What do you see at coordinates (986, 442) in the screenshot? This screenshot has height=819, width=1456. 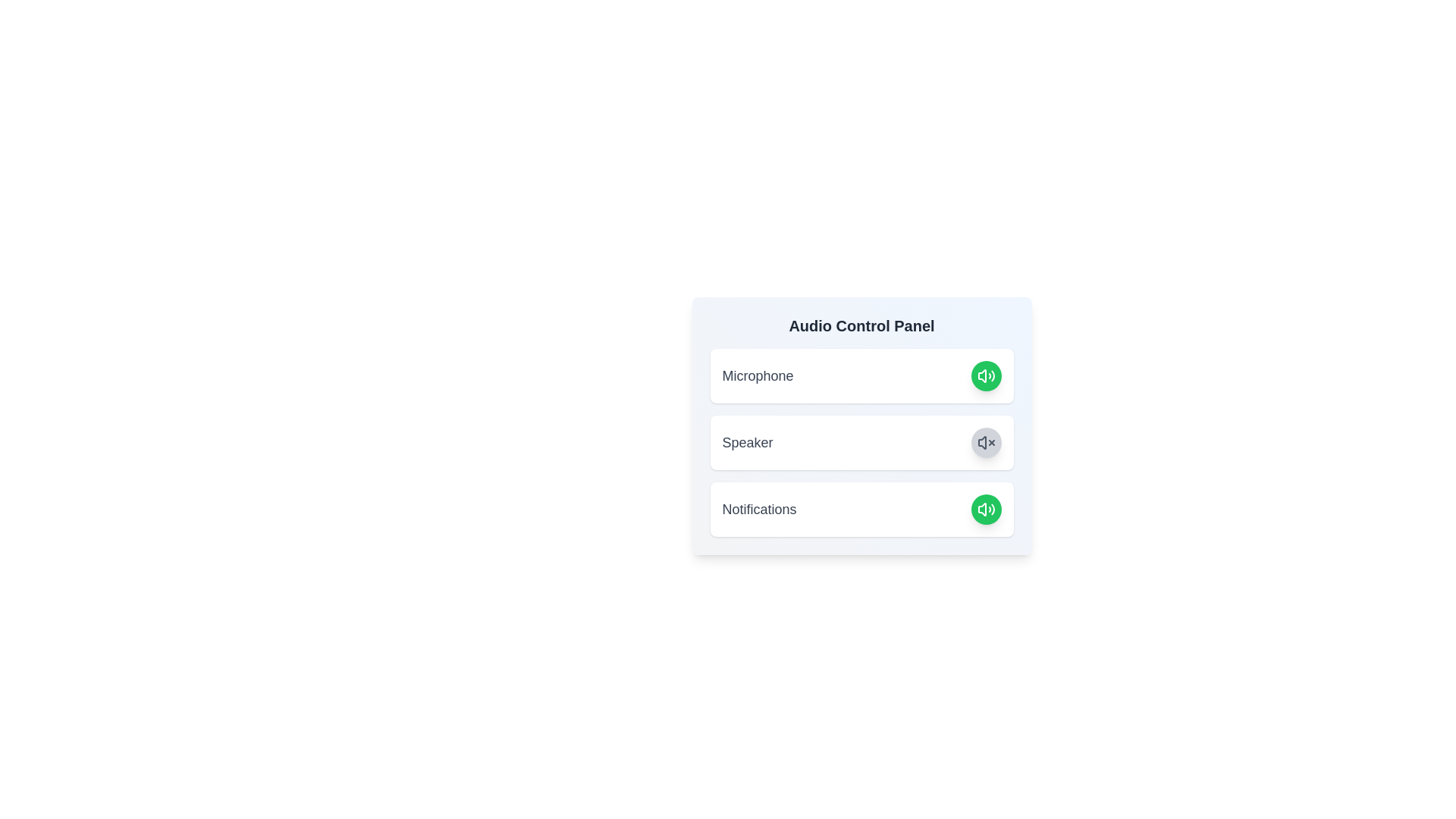 I see `the muted speaker icon with a dark gray outline and a small 'X' symbol located` at bounding box center [986, 442].